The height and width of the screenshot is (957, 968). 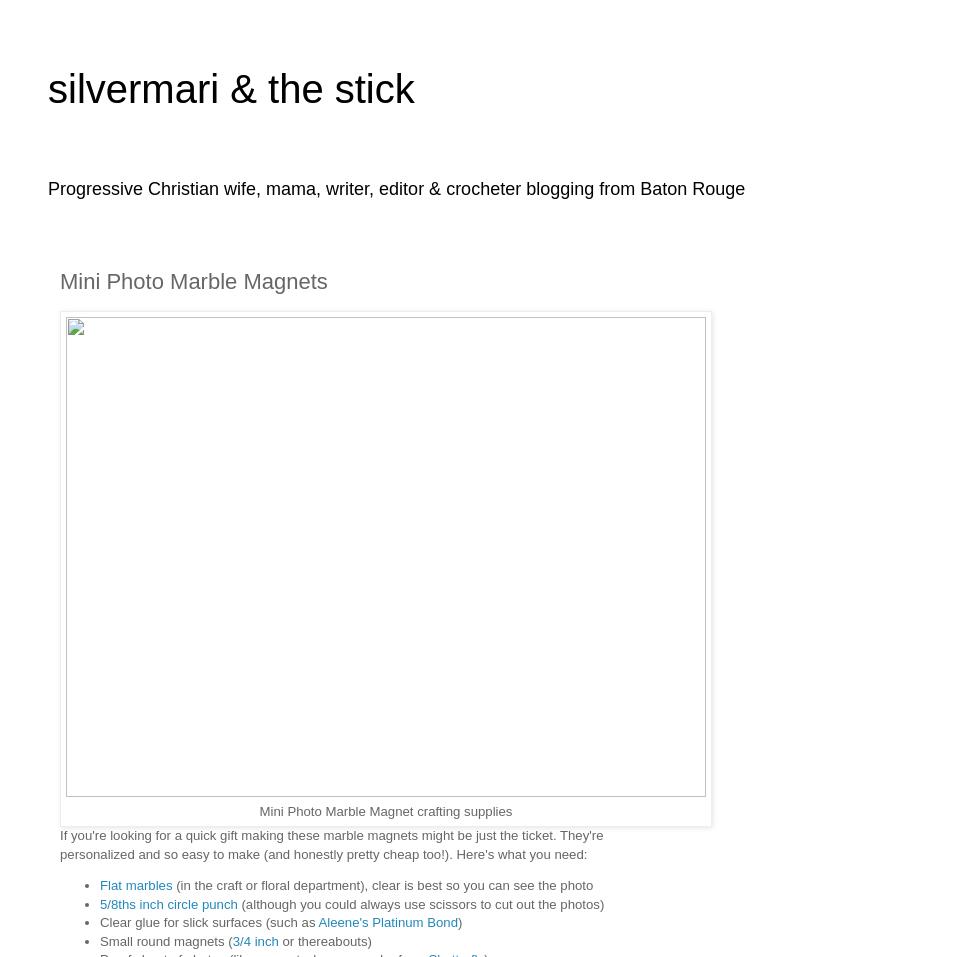 I want to click on '(although you could always use scissors to cut out the photos)', so click(x=235, y=903).